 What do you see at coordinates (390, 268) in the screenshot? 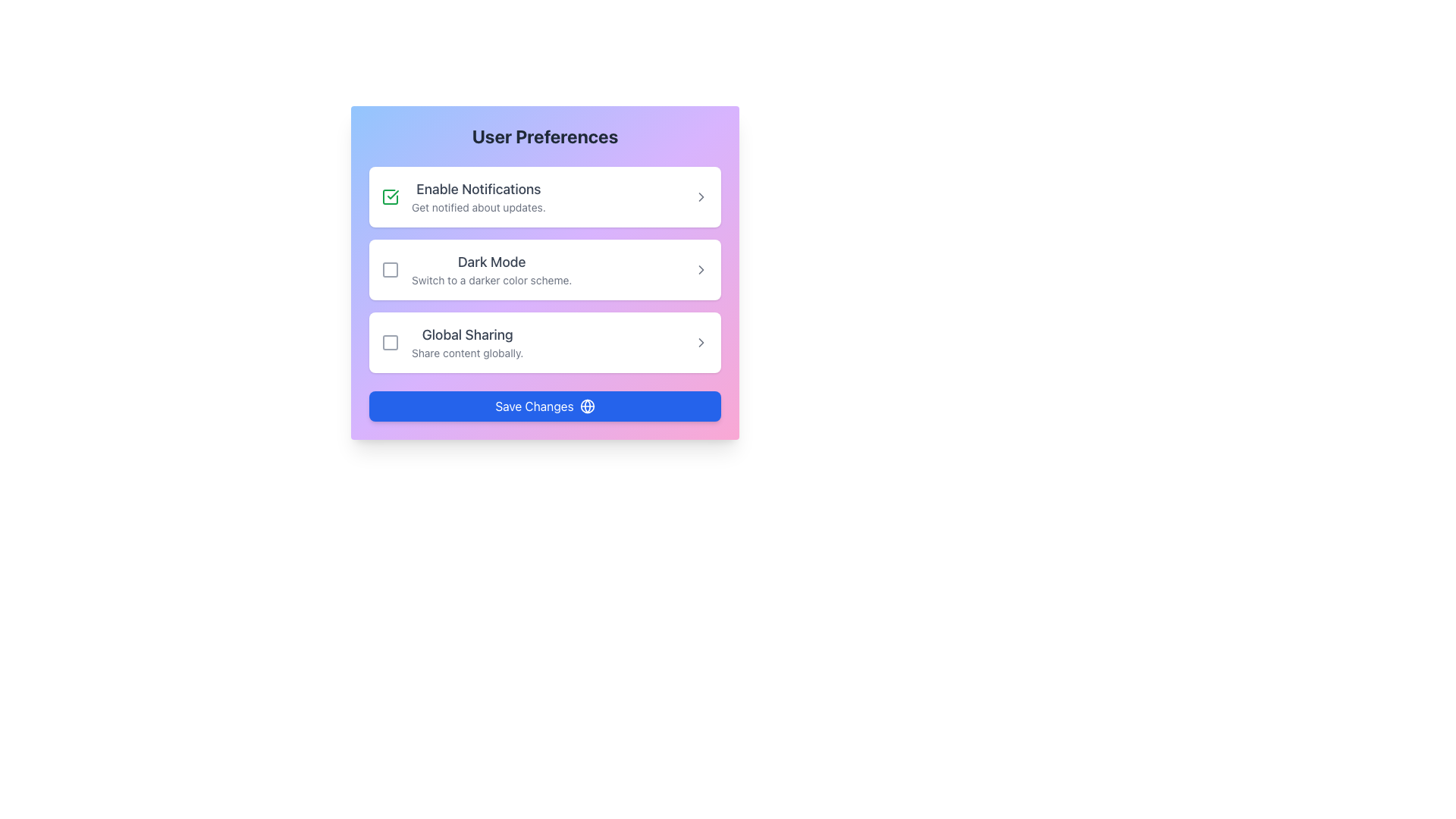
I see `the SVG graphical indicator square for 'Dark Mode'` at bounding box center [390, 268].